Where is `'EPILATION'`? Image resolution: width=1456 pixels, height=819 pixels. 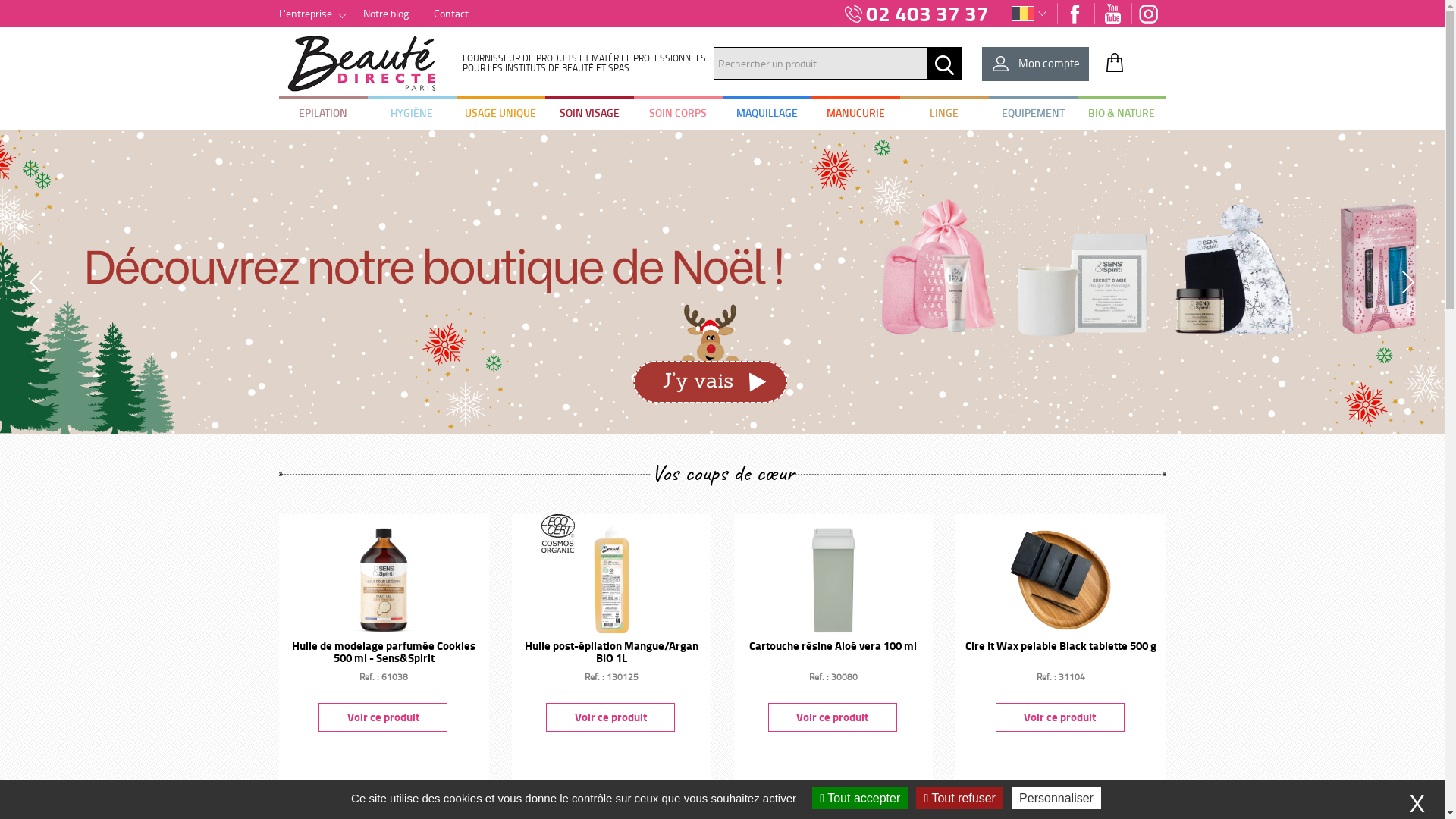 'EPILATION' is located at coordinates (322, 112).